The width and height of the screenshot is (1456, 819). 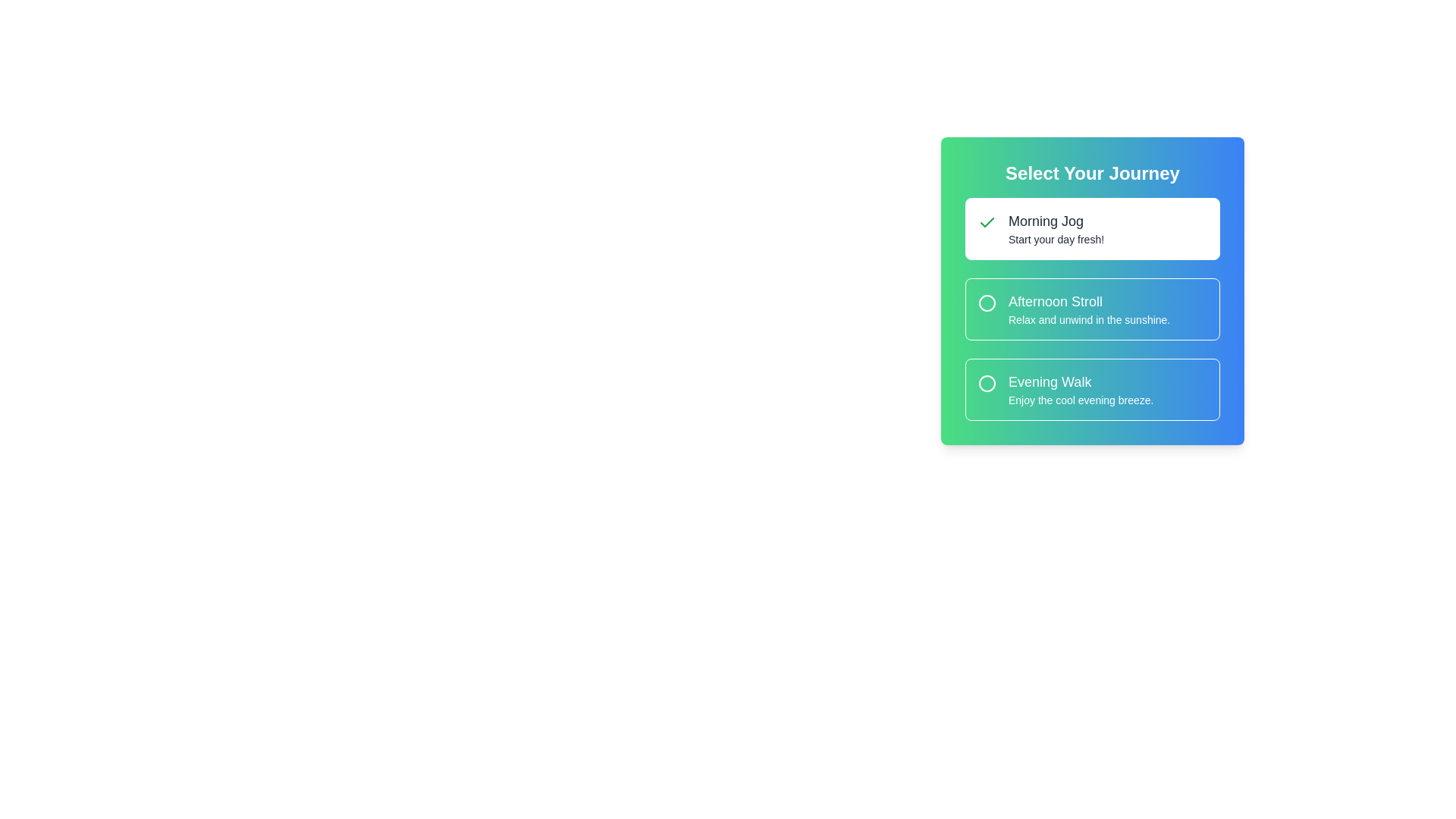 I want to click on the circular marker with a green fill and white border located at the top-left corner of the 'Evening Walk' option card, which is the third option in the list, so click(x=987, y=382).